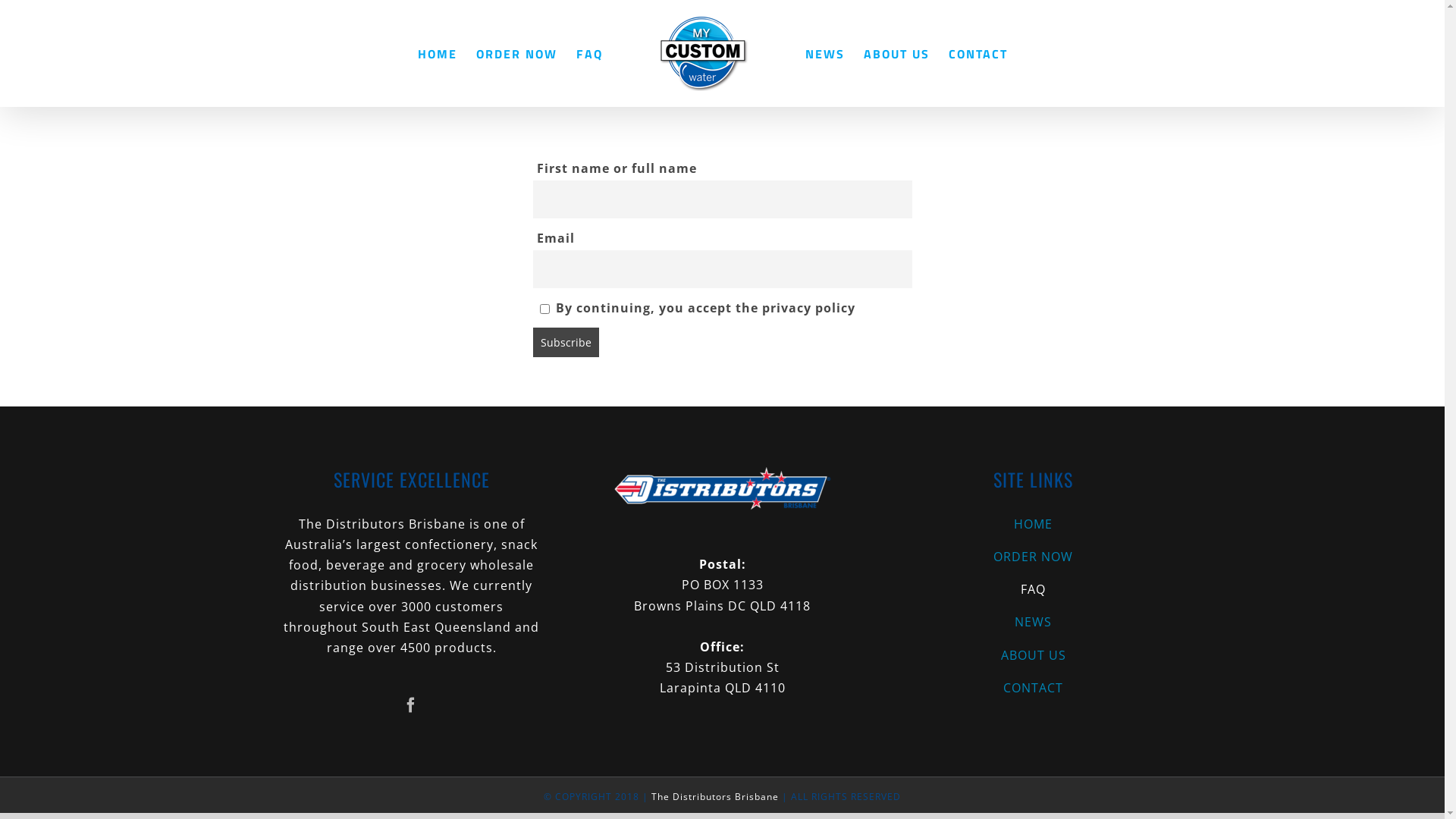 The height and width of the screenshot is (819, 1456). I want to click on 'ABOUT US', so click(896, 52).